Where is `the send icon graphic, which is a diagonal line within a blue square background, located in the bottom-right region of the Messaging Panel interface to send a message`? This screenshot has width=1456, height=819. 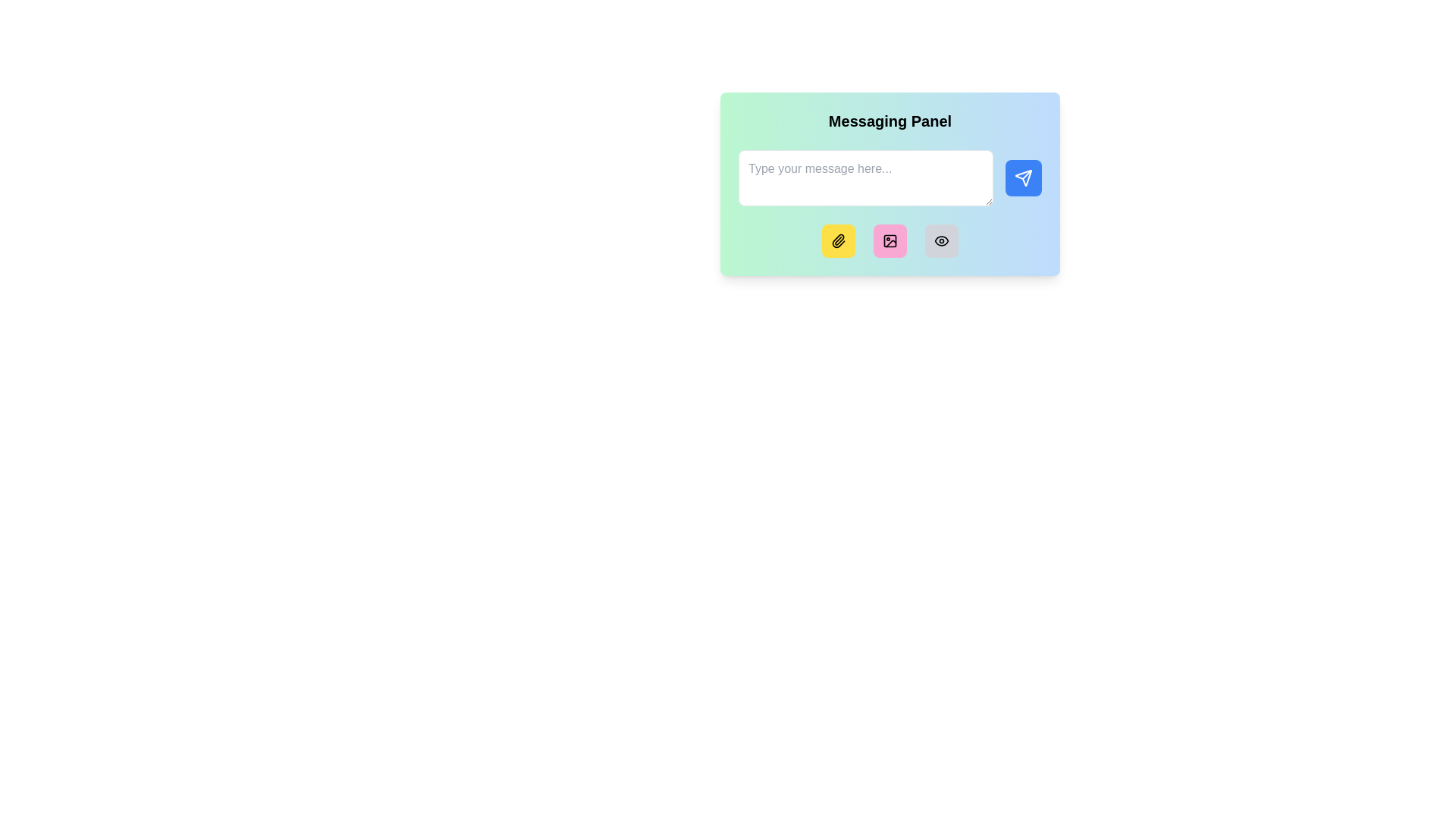
the send icon graphic, which is a diagonal line within a blue square background, located in the bottom-right region of the Messaging Panel interface to send a message is located at coordinates (1027, 174).